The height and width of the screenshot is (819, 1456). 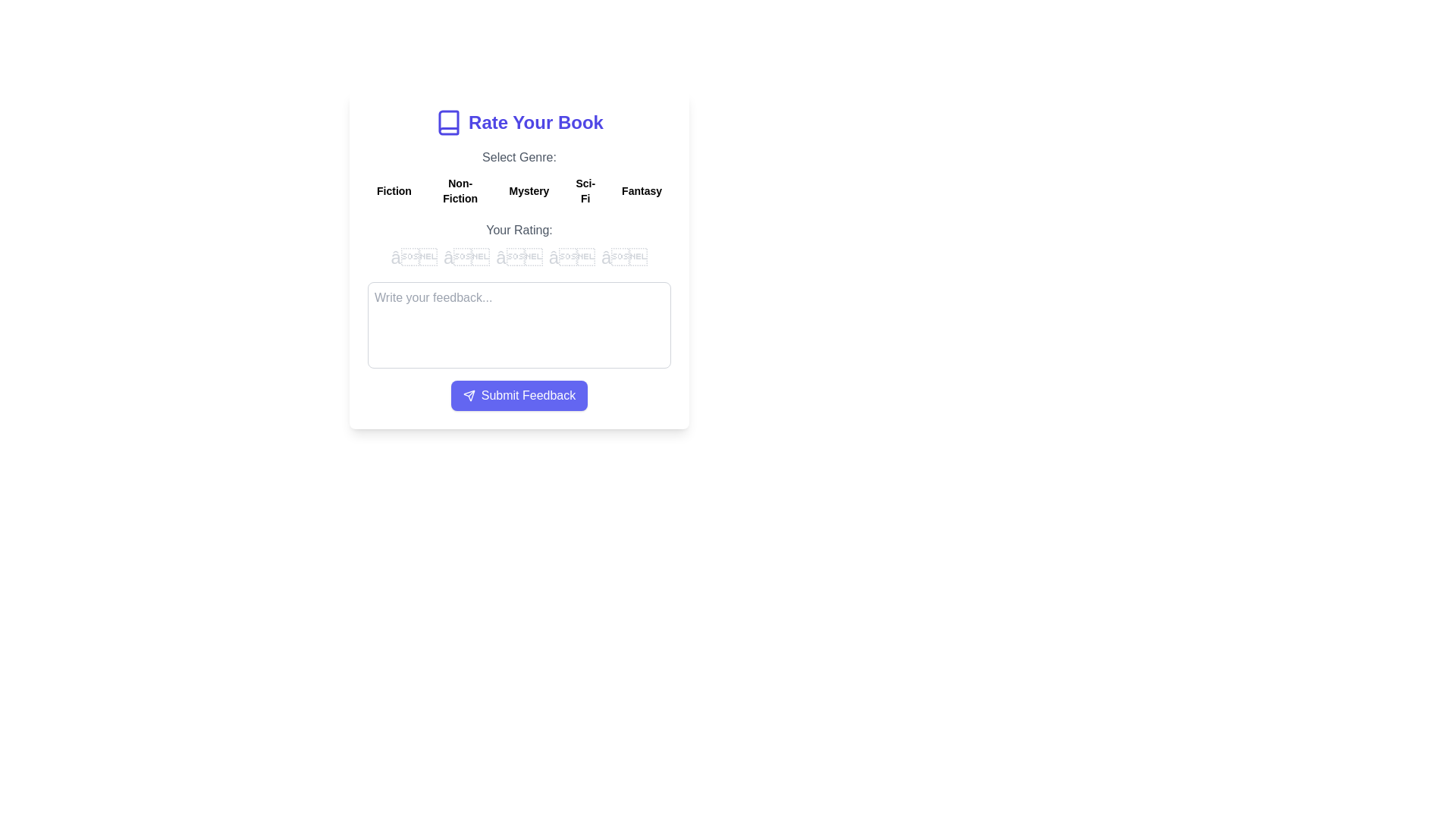 What do you see at coordinates (519, 256) in the screenshot?
I see `the third star icon in the rating sequence` at bounding box center [519, 256].